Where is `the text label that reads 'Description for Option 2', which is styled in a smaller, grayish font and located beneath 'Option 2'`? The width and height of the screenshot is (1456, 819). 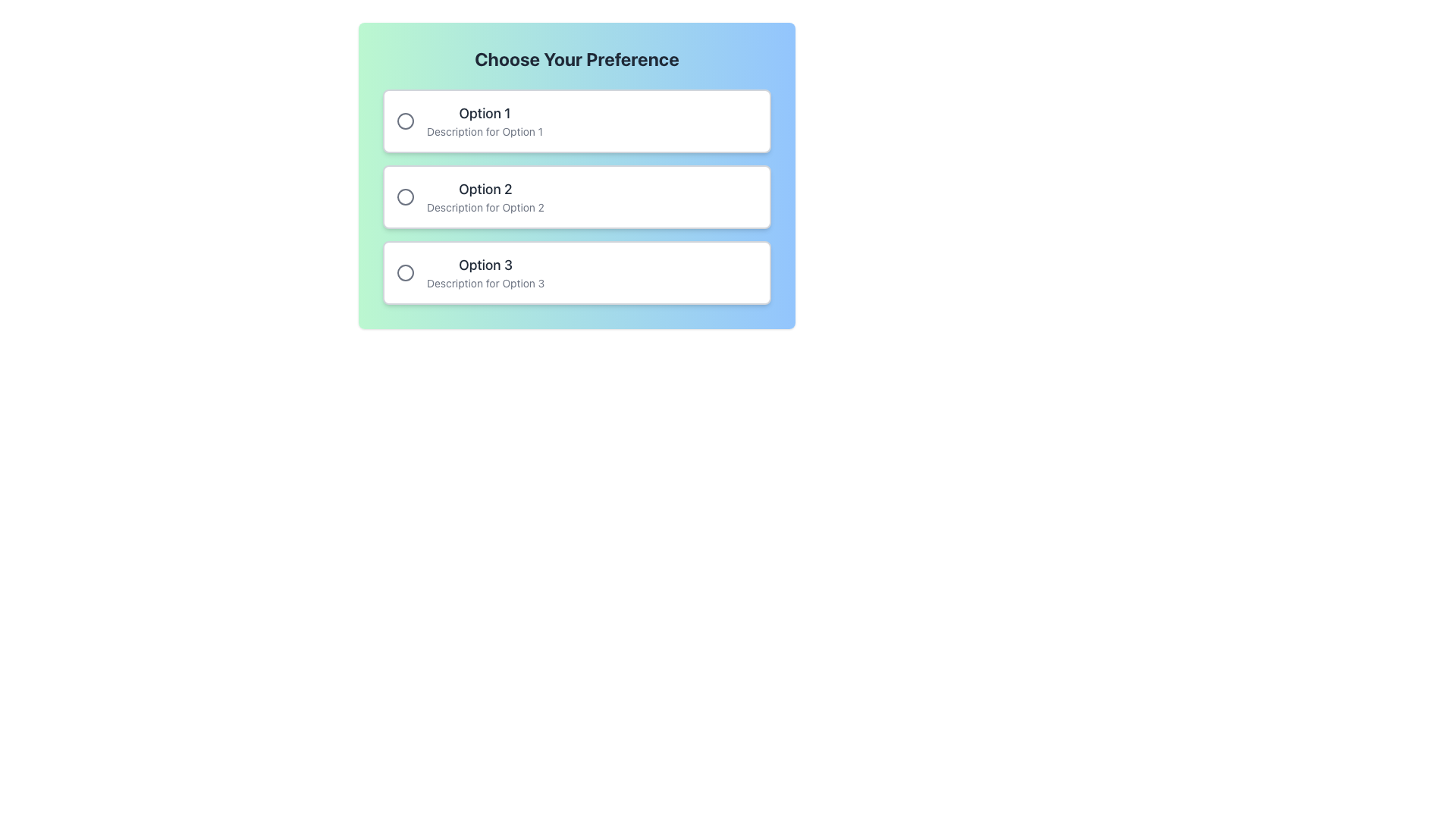
the text label that reads 'Description for Option 2', which is styled in a smaller, grayish font and located beneath 'Option 2' is located at coordinates (485, 207).